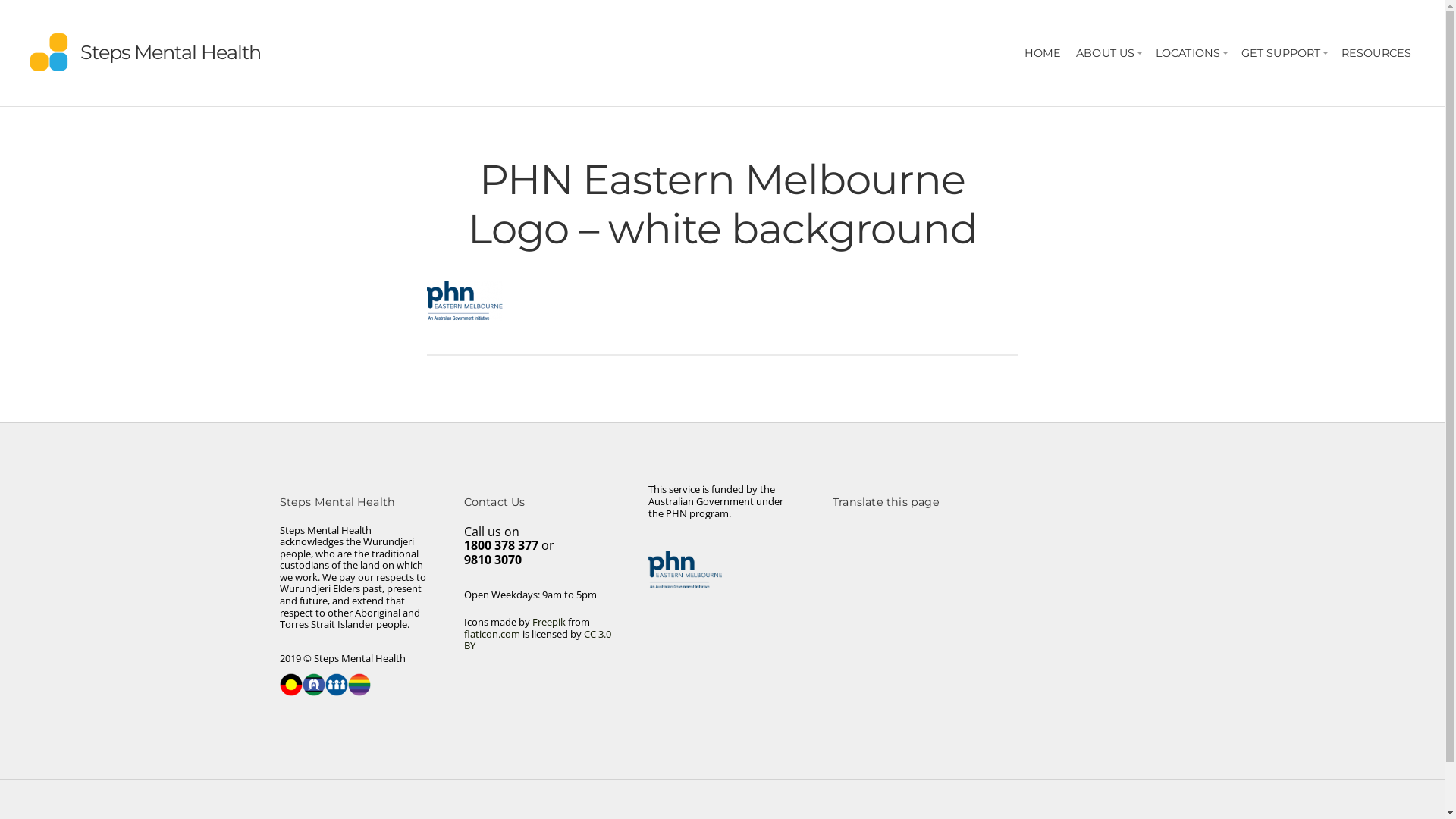 The image size is (1456, 819). Describe the element at coordinates (1108, 52) in the screenshot. I see `'ABOUT US'` at that location.